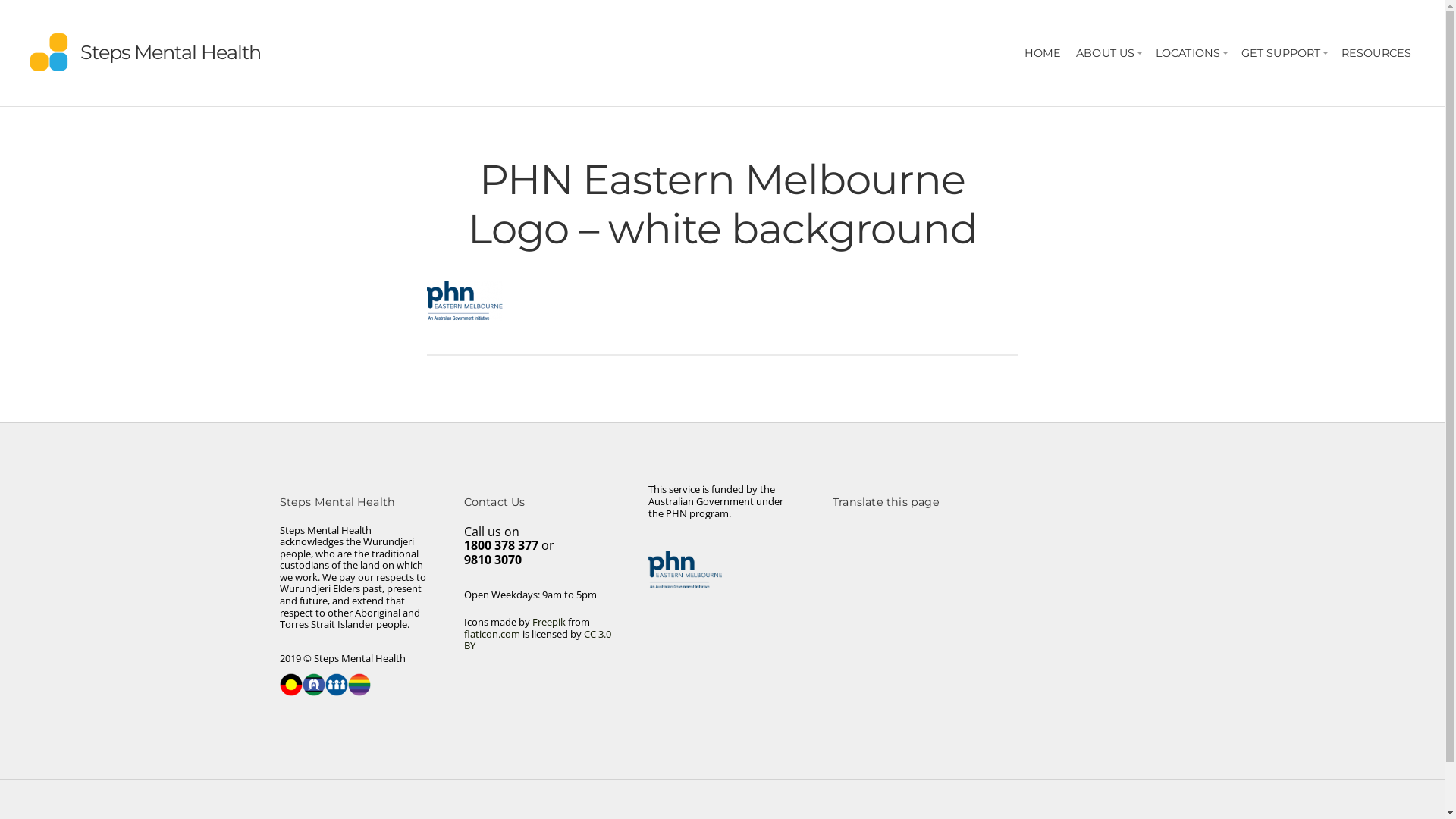 The image size is (1456, 819). Describe the element at coordinates (1108, 52) in the screenshot. I see `'ABOUT US'` at that location.